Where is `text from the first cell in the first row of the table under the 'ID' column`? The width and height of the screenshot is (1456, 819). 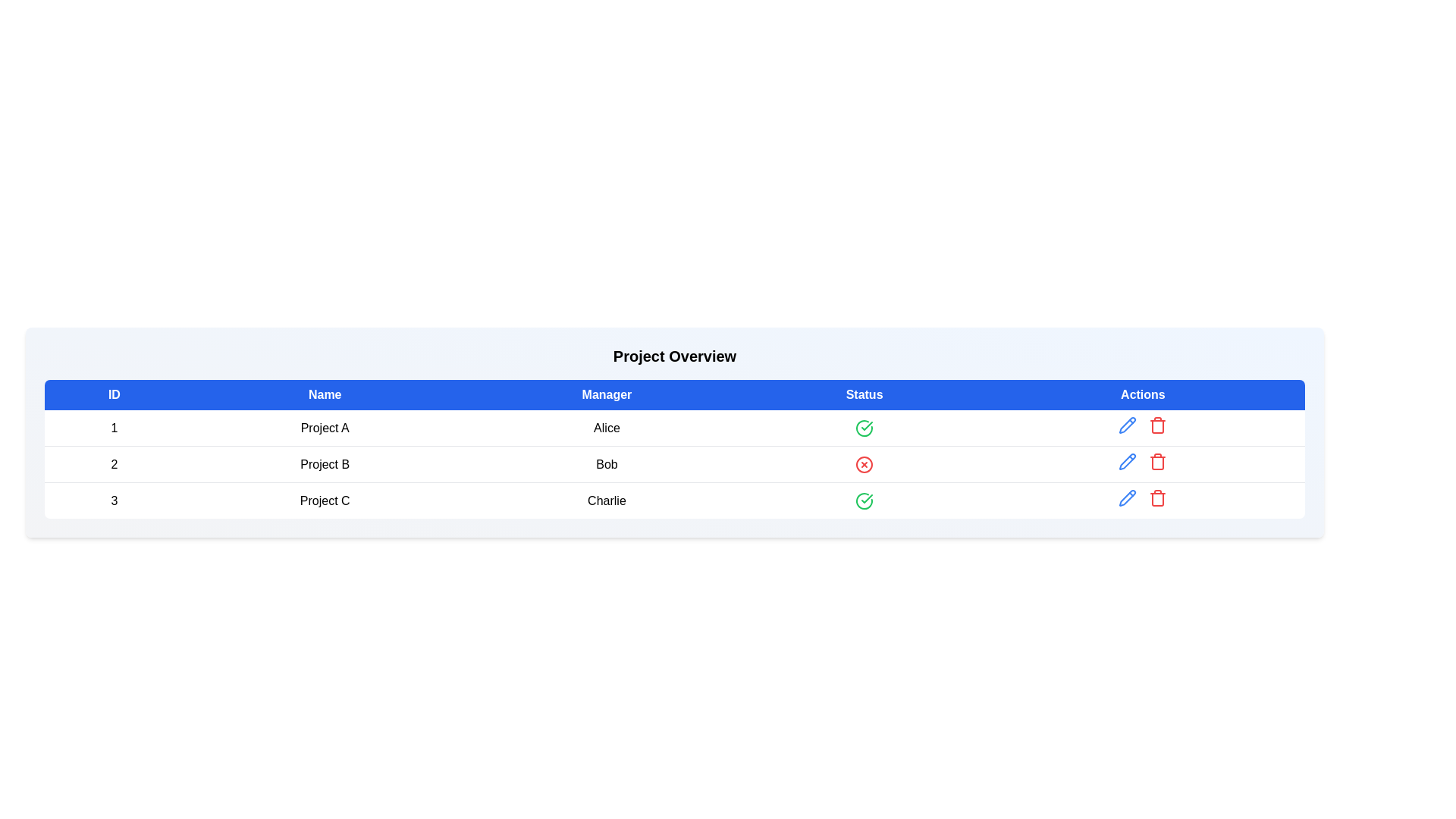 text from the first cell in the first row of the table under the 'ID' column is located at coordinates (113, 428).